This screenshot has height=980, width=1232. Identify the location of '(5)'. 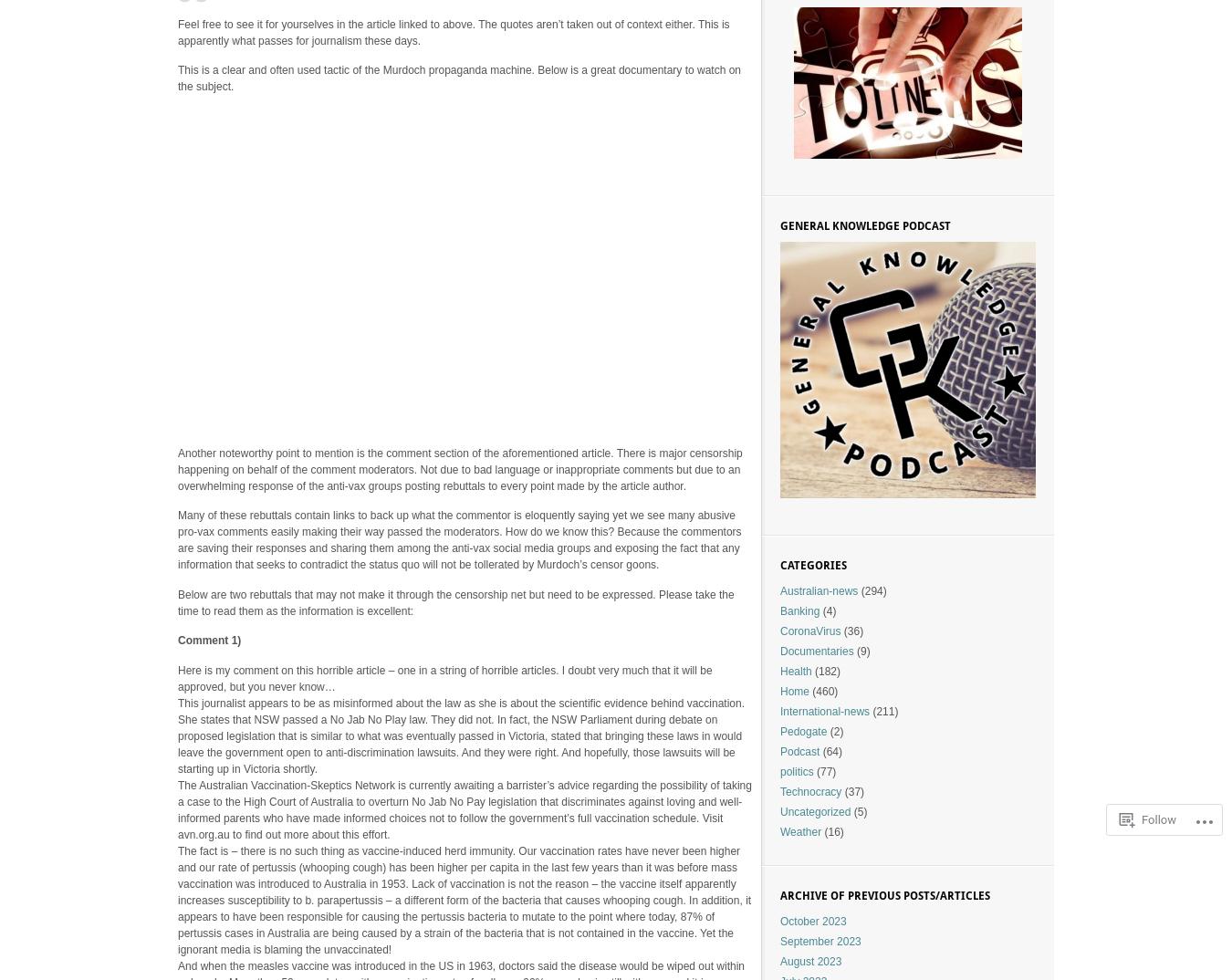
(857, 811).